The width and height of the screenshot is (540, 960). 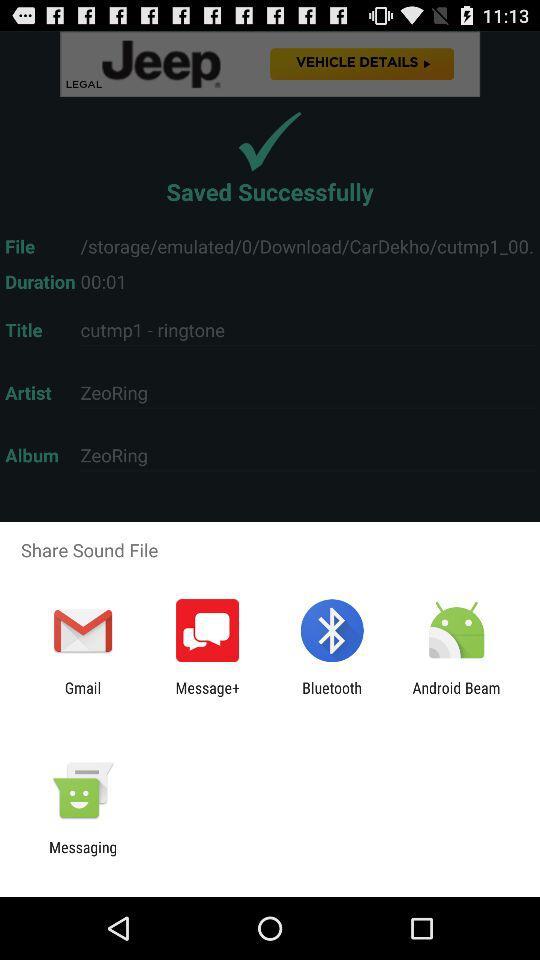 I want to click on the bluetooth icon, so click(x=332, y=696).